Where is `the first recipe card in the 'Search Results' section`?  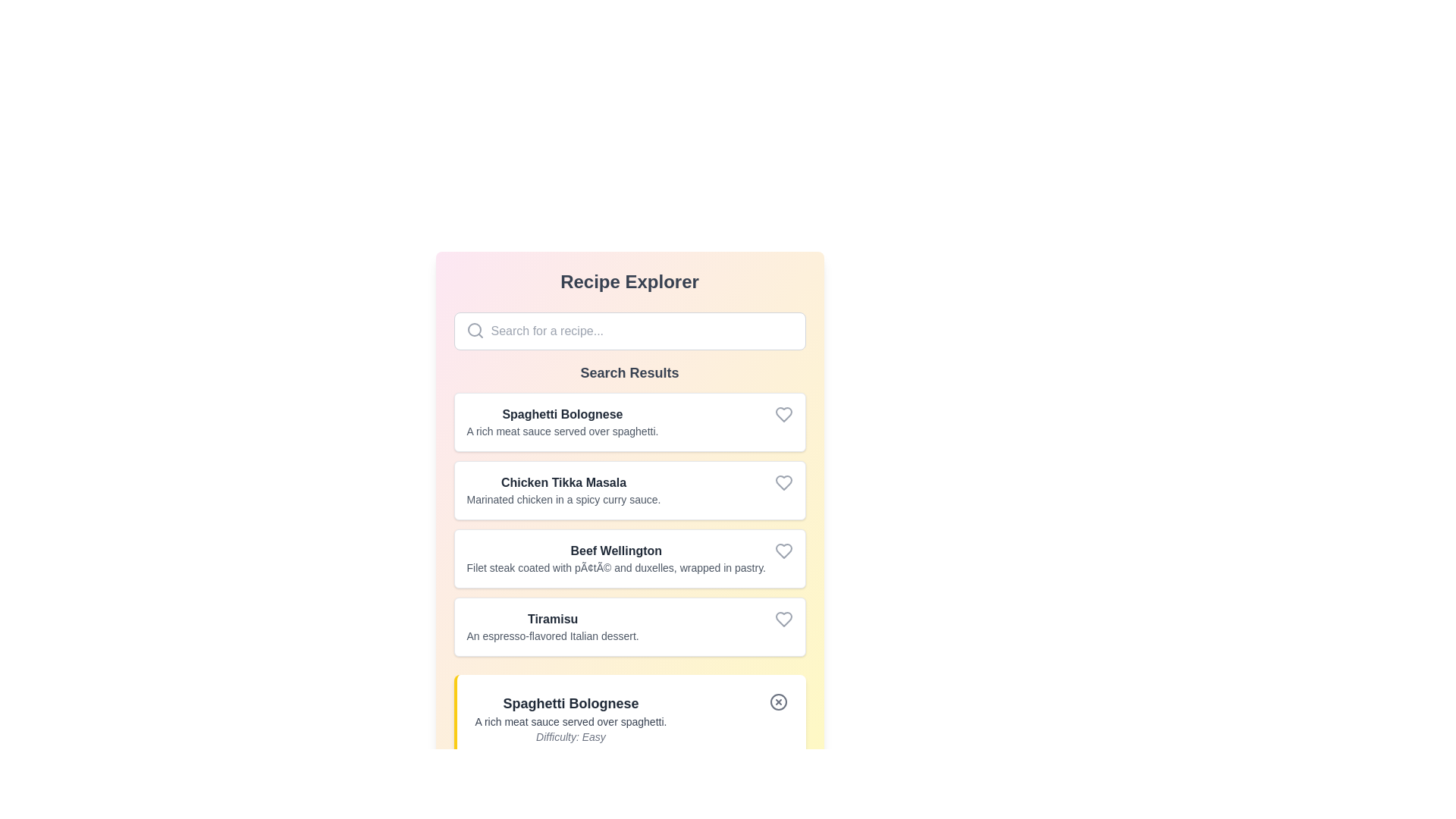 the first recipe card in the 'Search Results' section is located at coordinates (629, 422).